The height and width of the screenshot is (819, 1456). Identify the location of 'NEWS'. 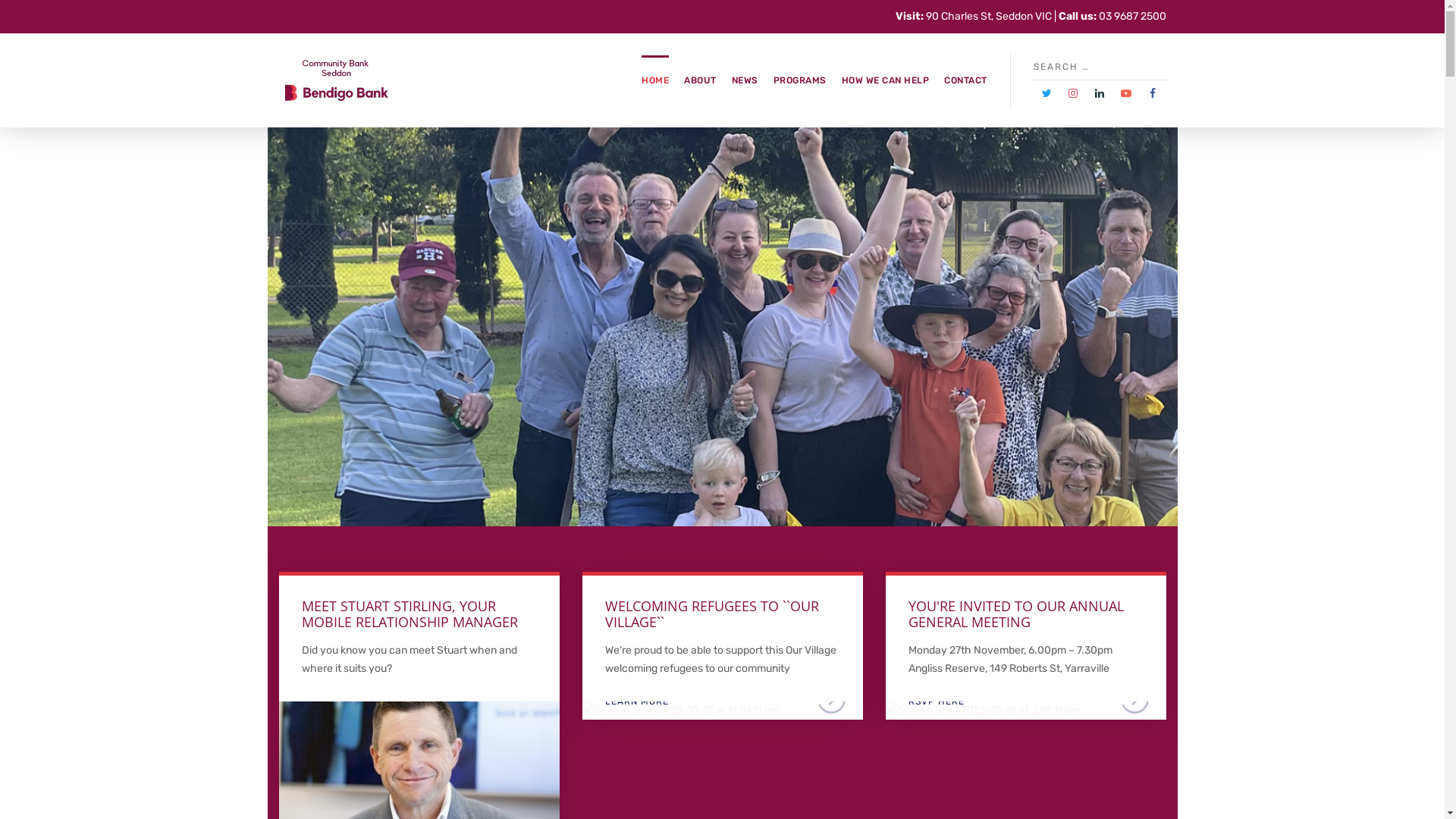
(731, 80).